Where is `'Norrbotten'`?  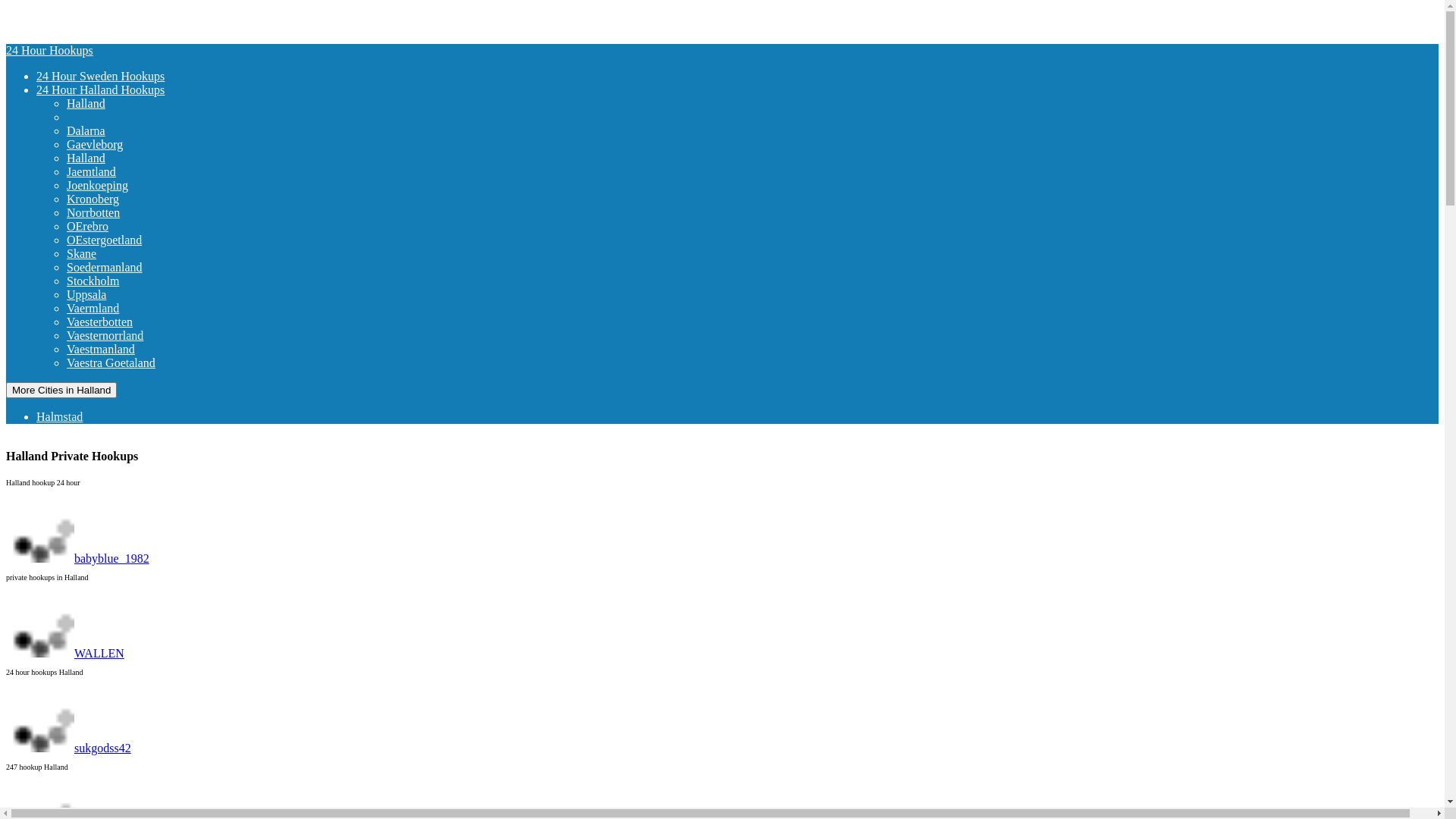 'Norrbotten' is located at coordinates (119, 212).